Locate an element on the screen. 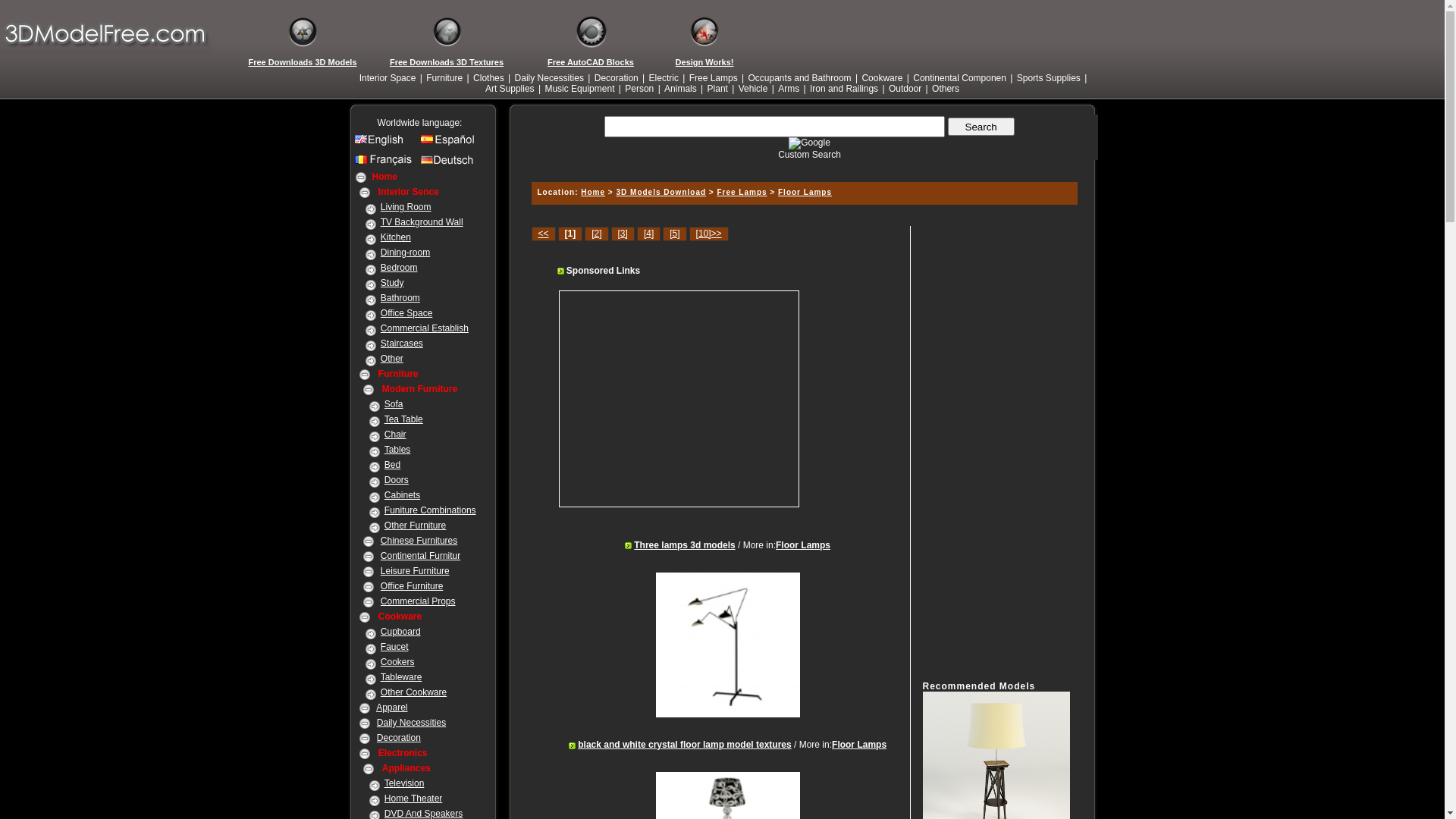 The height and width of the screenshot is (819, 1456). 'Animals' is located at coordinates (679, 88).